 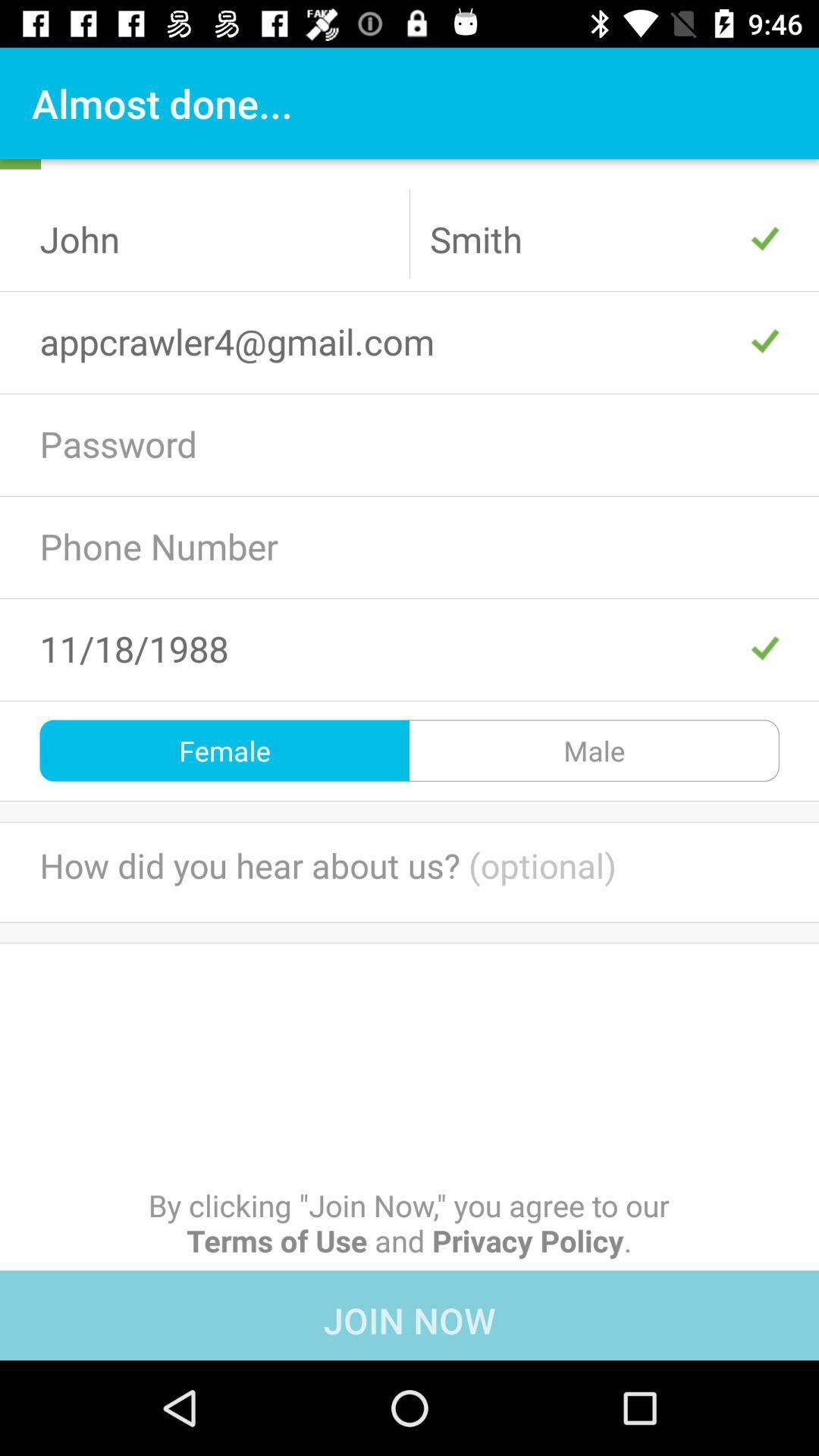 What do you see at coordinates (604, 238) in the screenshot?
I see `item at the top right corner` at bounding box center [604, 238].